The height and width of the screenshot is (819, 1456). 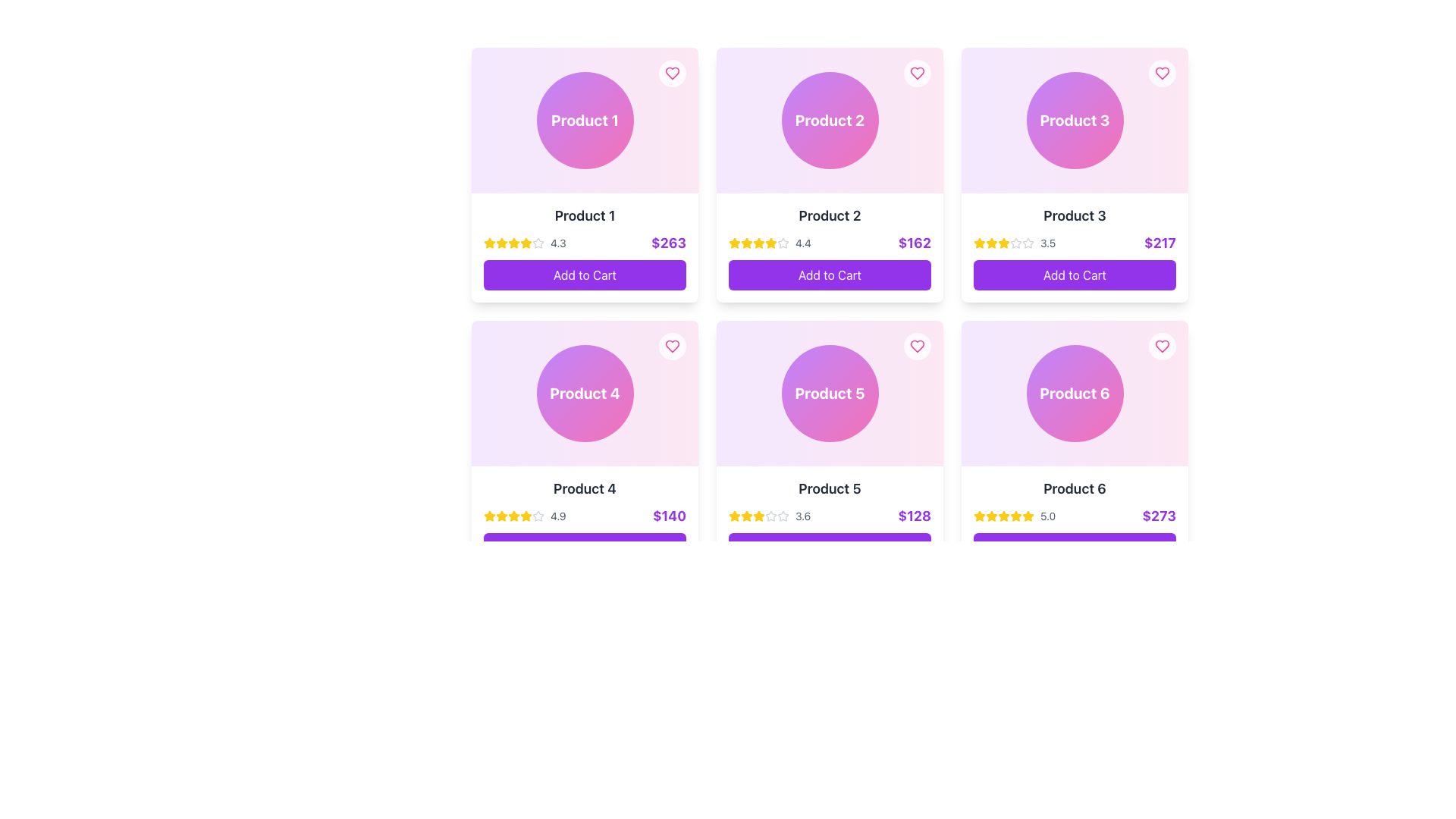 What do you see at coordinates (526, 242) in the screenshot?
I see `the fifth star in the row of rating stars under the product name 'Product 1' in the first card of the grid layout` at bounding box center [526, 242].